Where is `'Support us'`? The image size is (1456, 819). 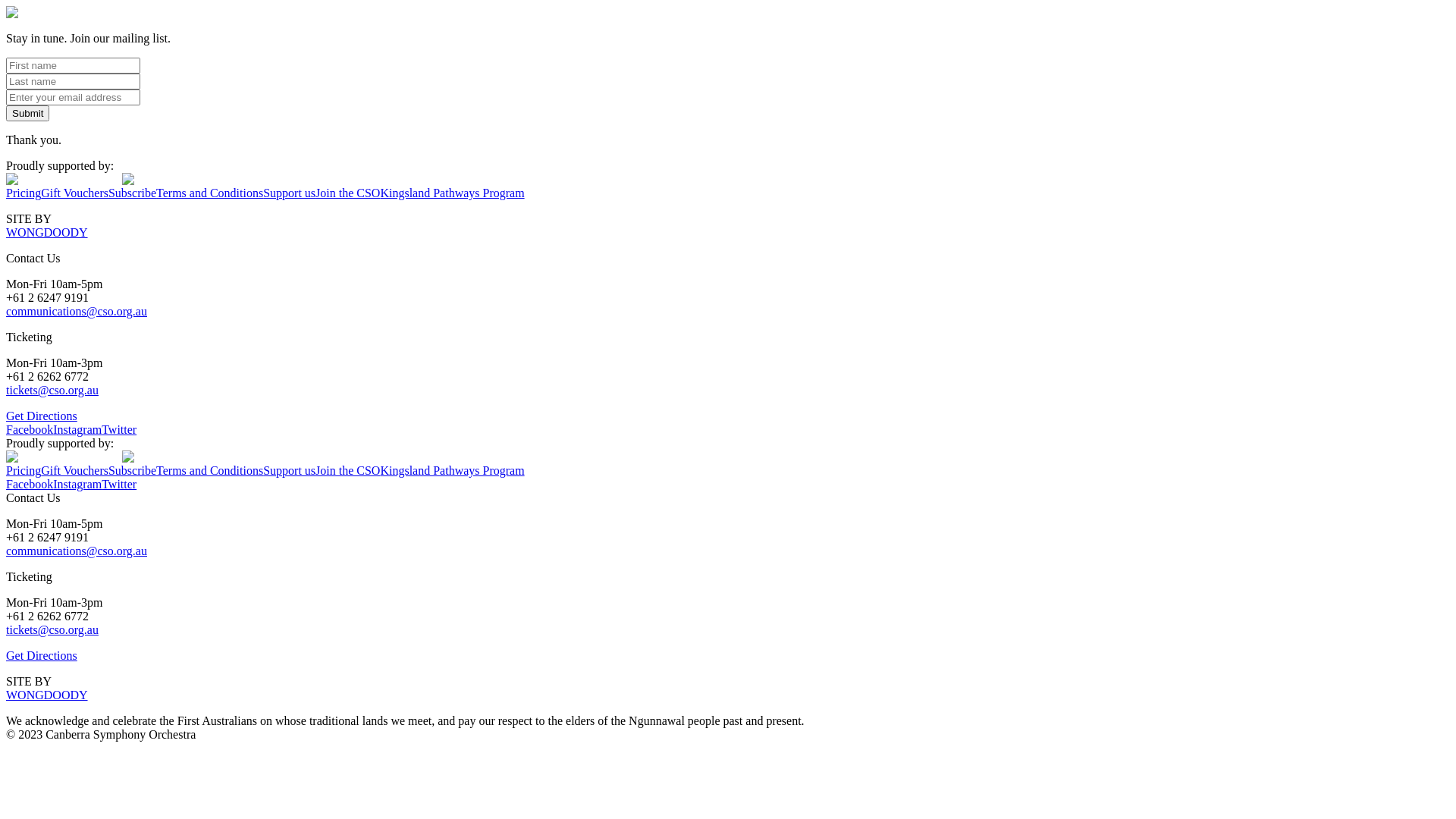 'Support us' is located at coordinates (289, 469).